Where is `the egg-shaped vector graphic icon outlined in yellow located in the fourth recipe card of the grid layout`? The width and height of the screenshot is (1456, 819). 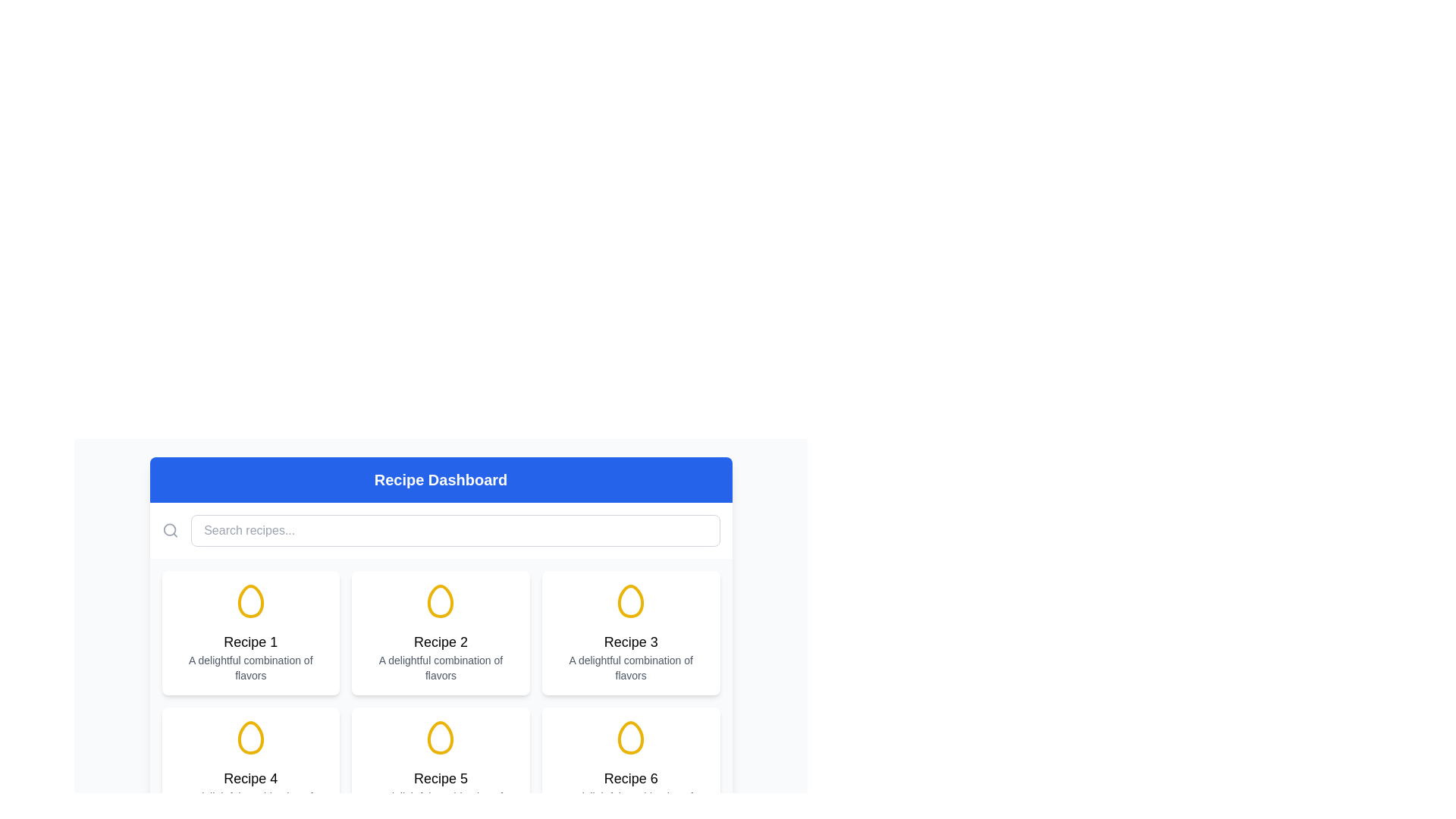
the egg-shaped vector graphic icon outlined in yellow located in the fourth recipe card of the grid layout is located at coordinates (250, 736).